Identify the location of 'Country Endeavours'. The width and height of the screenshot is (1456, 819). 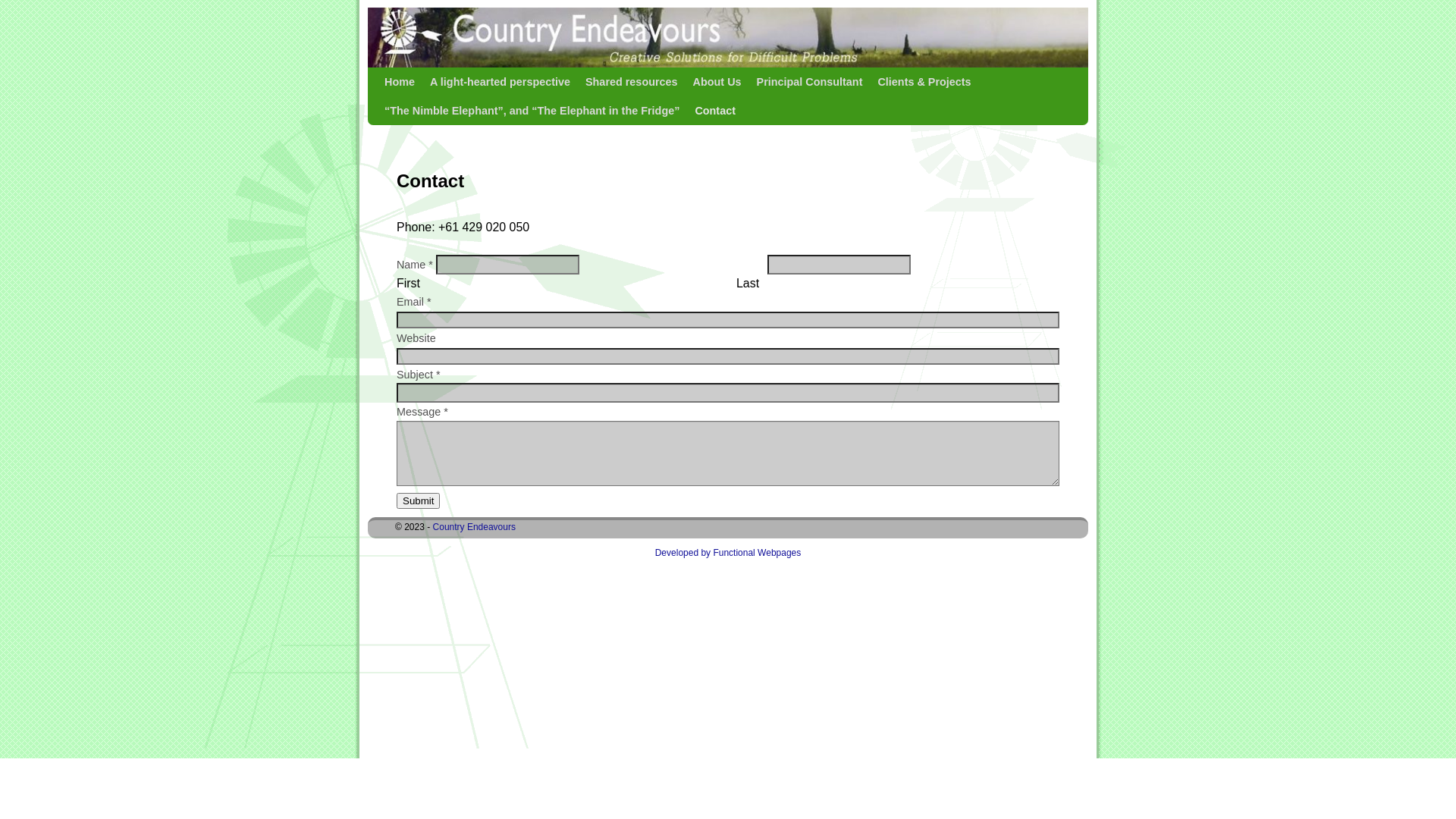
(473, 526).